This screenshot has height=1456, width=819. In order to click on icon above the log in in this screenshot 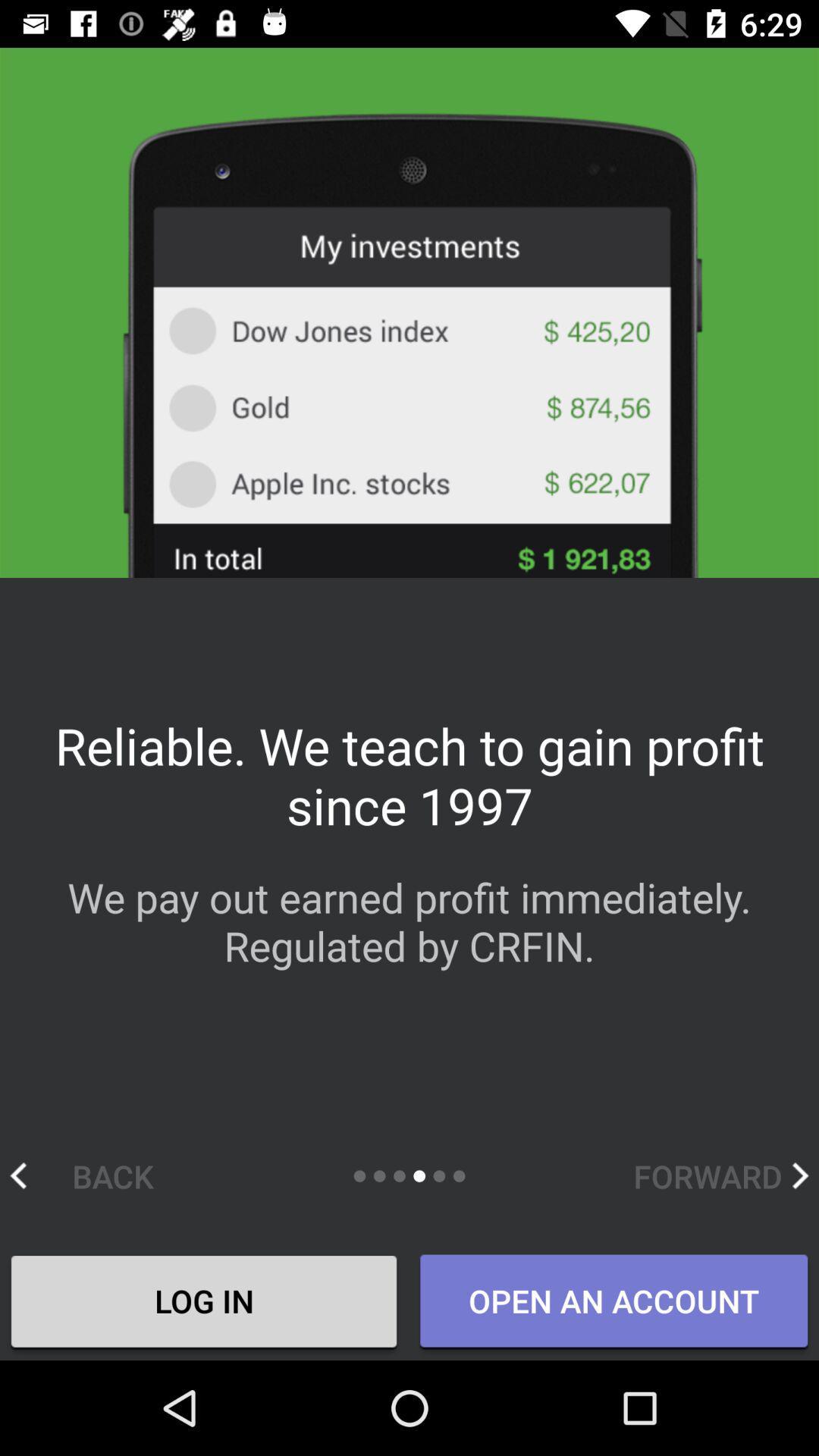, I will do `click(97, 1175)`.